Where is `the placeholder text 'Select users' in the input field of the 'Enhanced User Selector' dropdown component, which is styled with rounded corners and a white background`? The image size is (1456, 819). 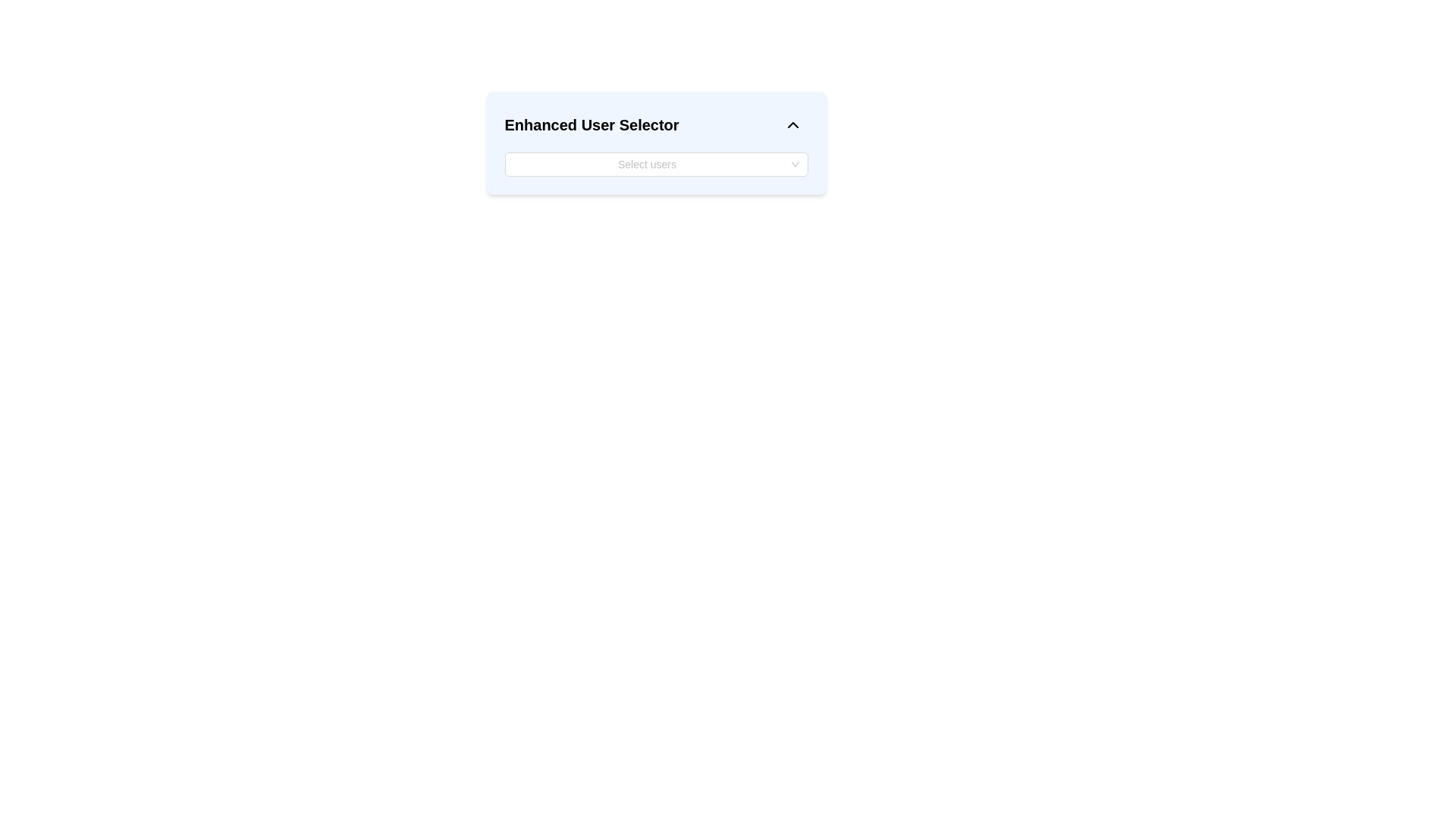 the placeholder text 'Select users' in the input field of the 'Enhanced User Selector' dropdown component, which is styled with rounded corners and a white background is located at coordinates (647, 164).